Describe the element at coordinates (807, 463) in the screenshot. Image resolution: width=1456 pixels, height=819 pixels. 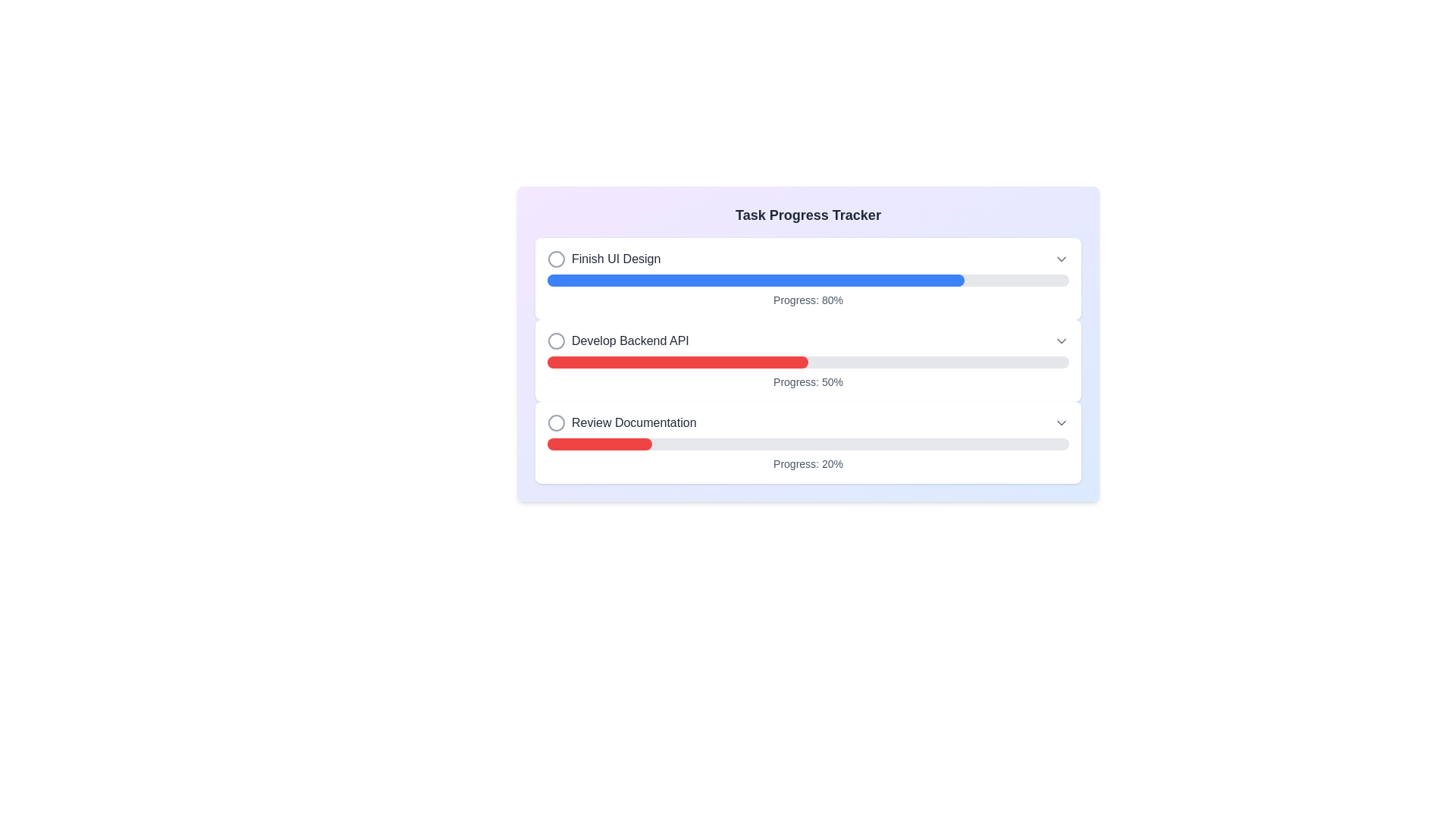
I see `information displayed in the Text Display showing 'Progress: 20%' located in the 'Review Documentation' section` at that location.